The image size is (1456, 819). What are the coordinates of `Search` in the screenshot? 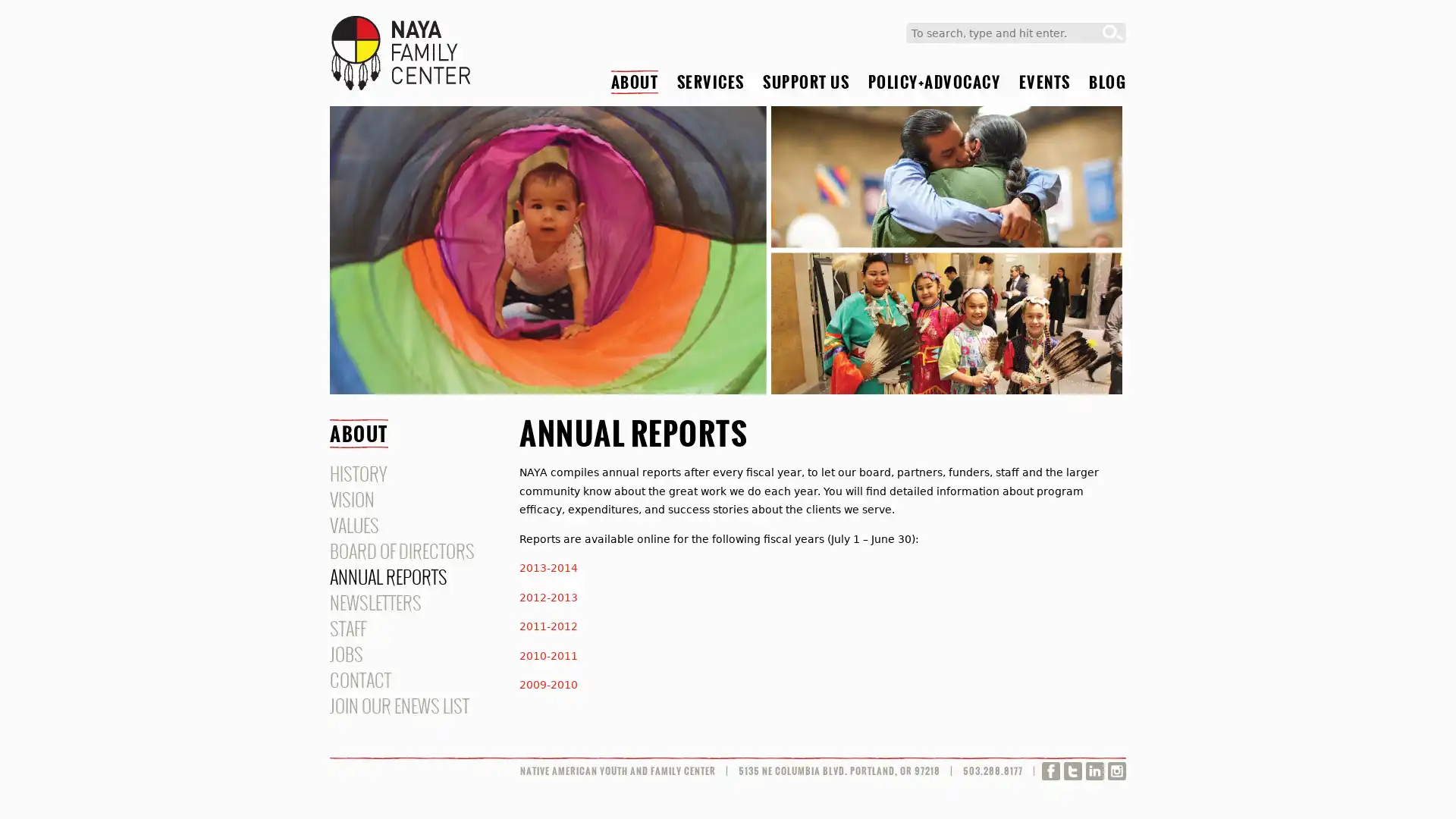 It's located at (1112, 33).